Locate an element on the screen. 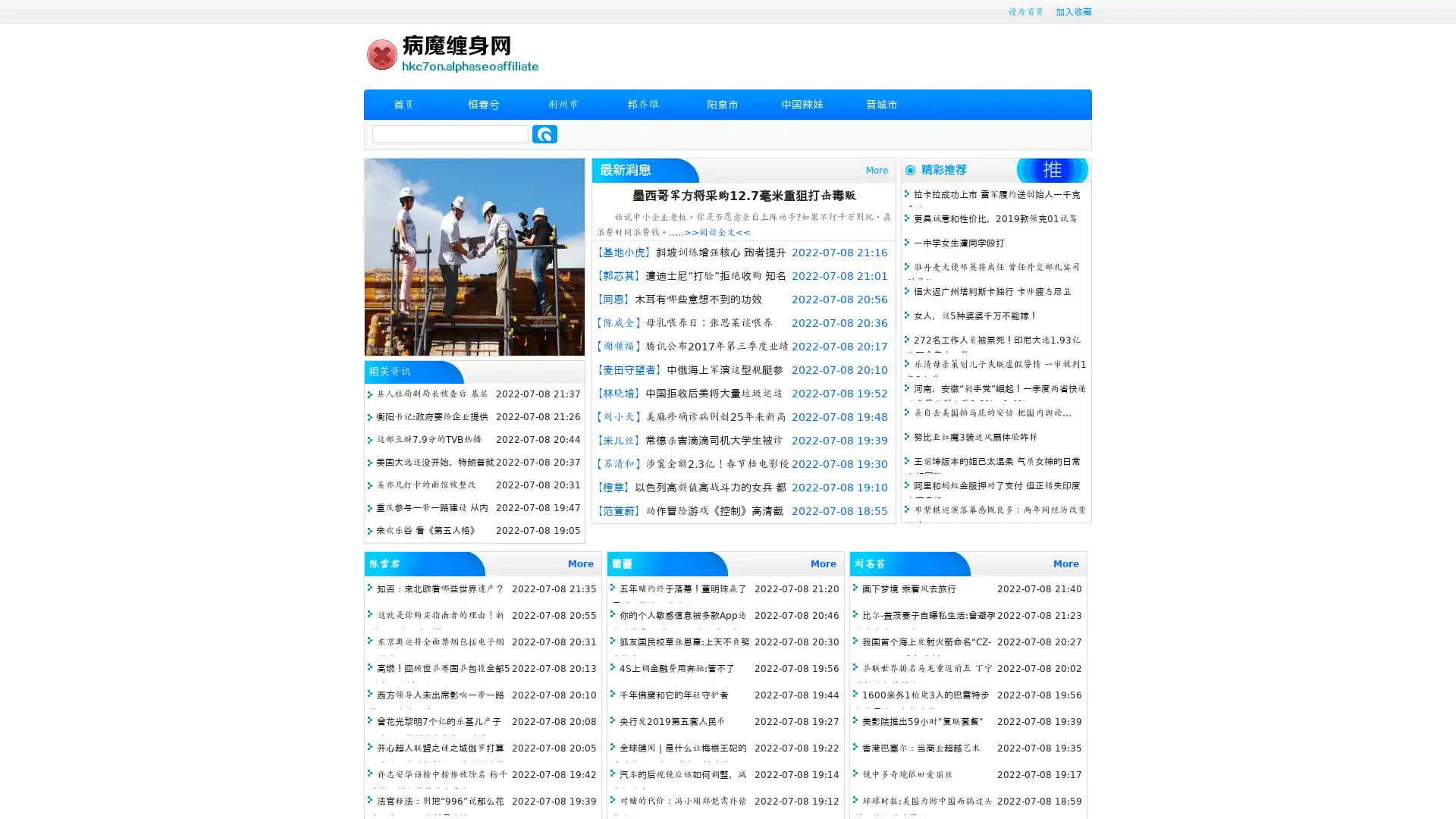 The width and height of the screenshot is (1456, 819). Search is located at coordinates (544, 133).